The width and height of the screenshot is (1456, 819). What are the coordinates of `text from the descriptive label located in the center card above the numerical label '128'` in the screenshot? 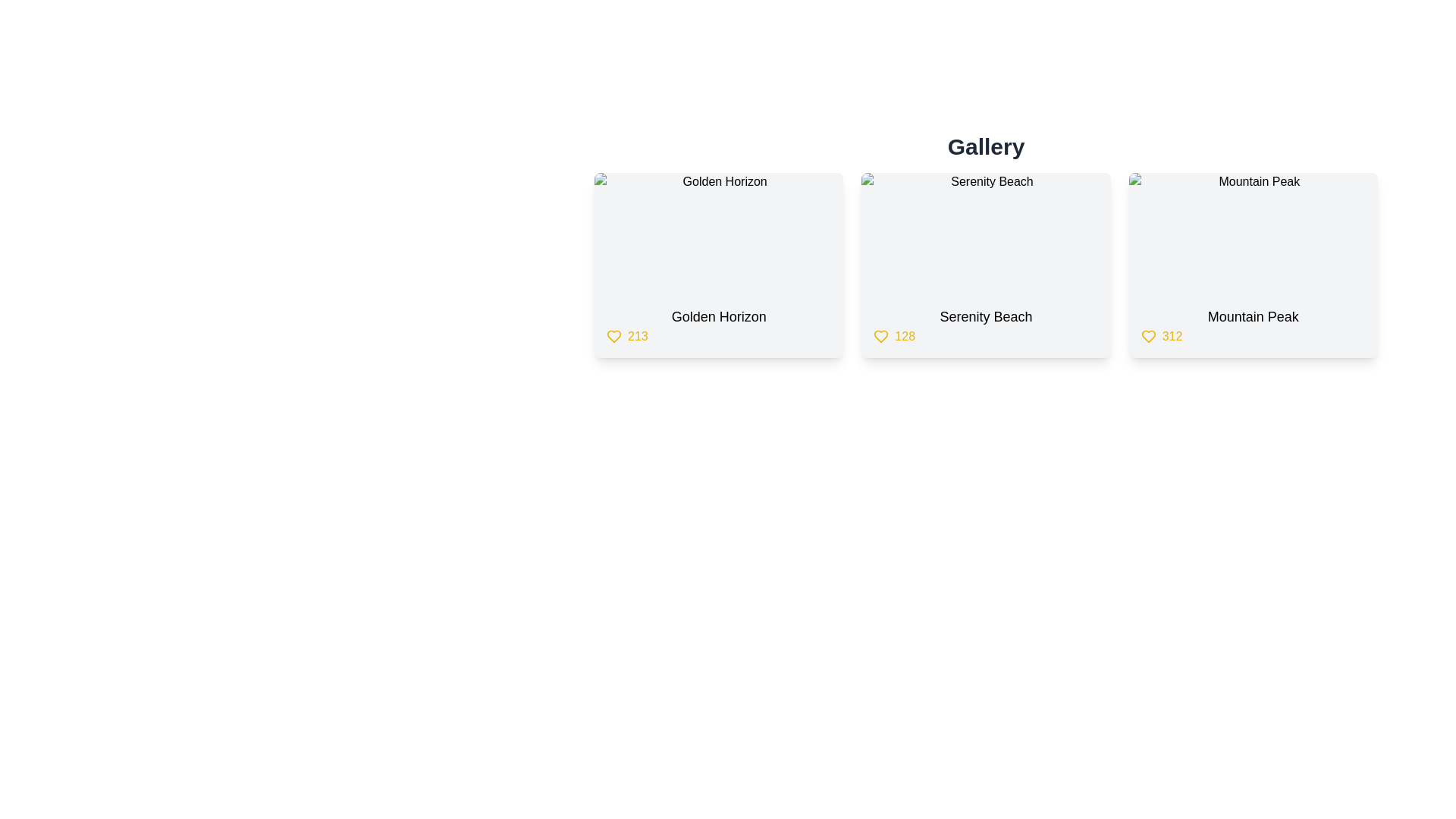 It's located at (986, 315).